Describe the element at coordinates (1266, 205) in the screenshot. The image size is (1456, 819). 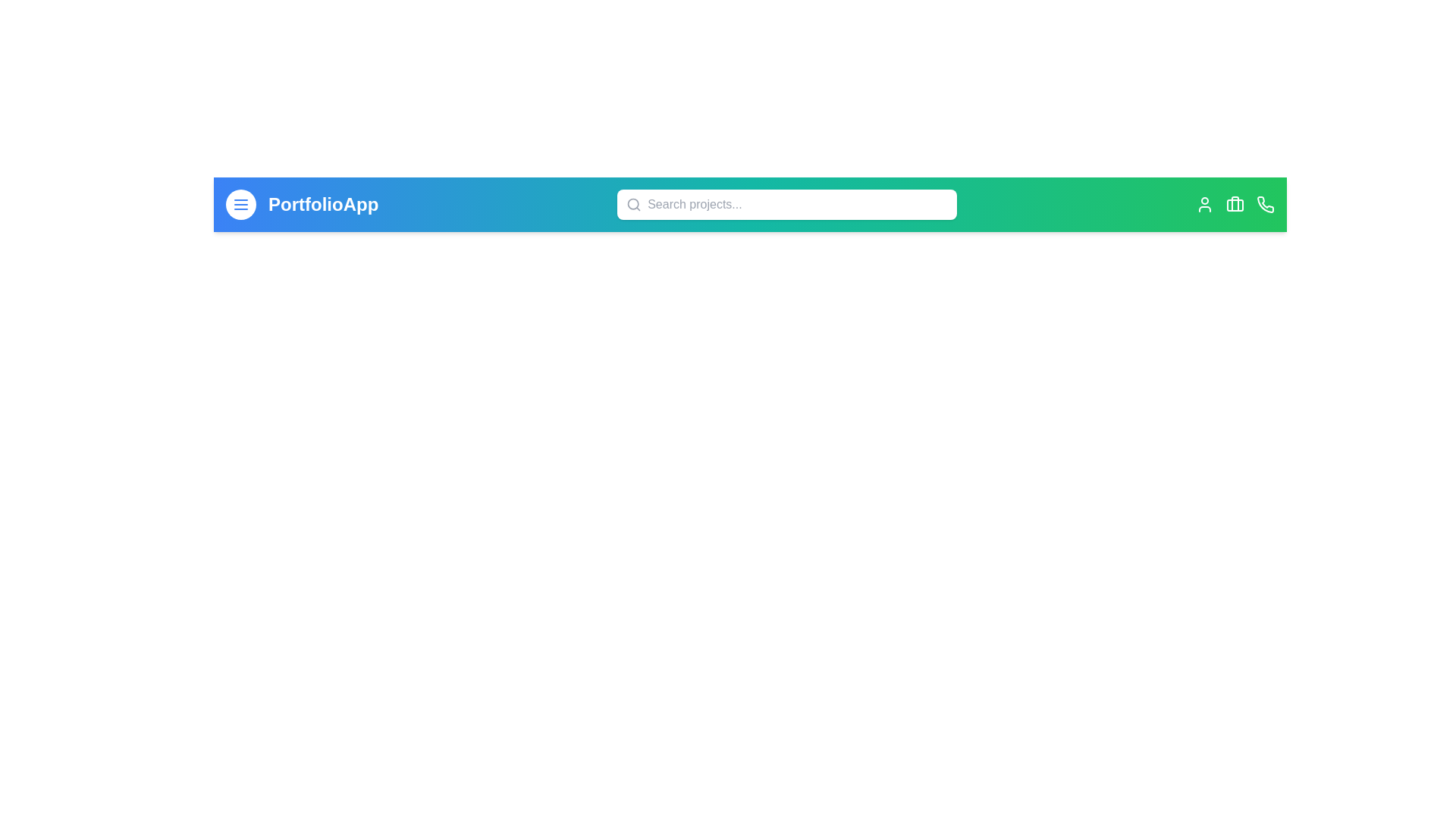
I see `the phone icon located at the right side of the app bar` at that location.